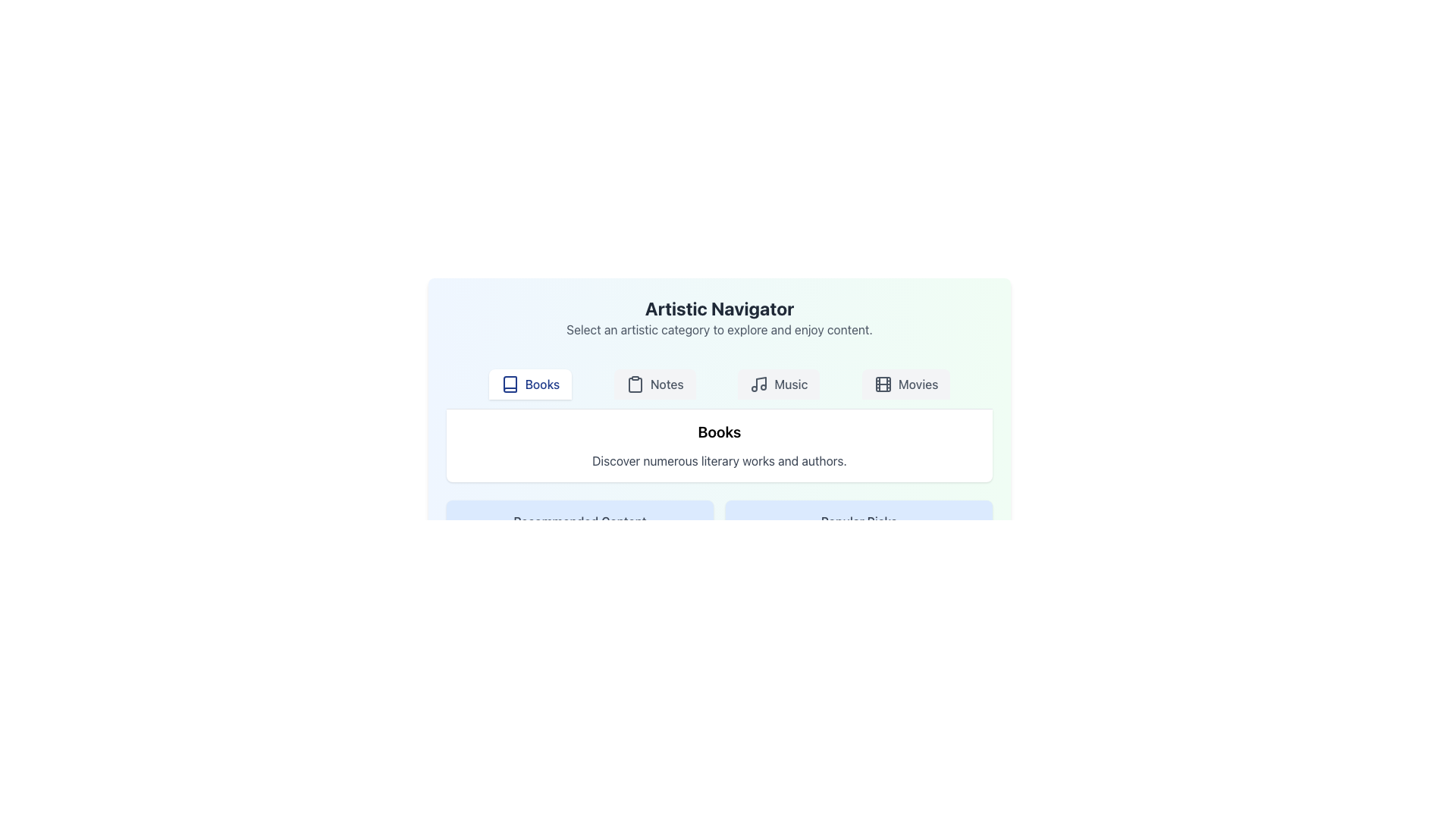  Describe the element at coordinates (654, 383) in the screenshot. I see `the 'Notes' button in the navigation bar` at that location.